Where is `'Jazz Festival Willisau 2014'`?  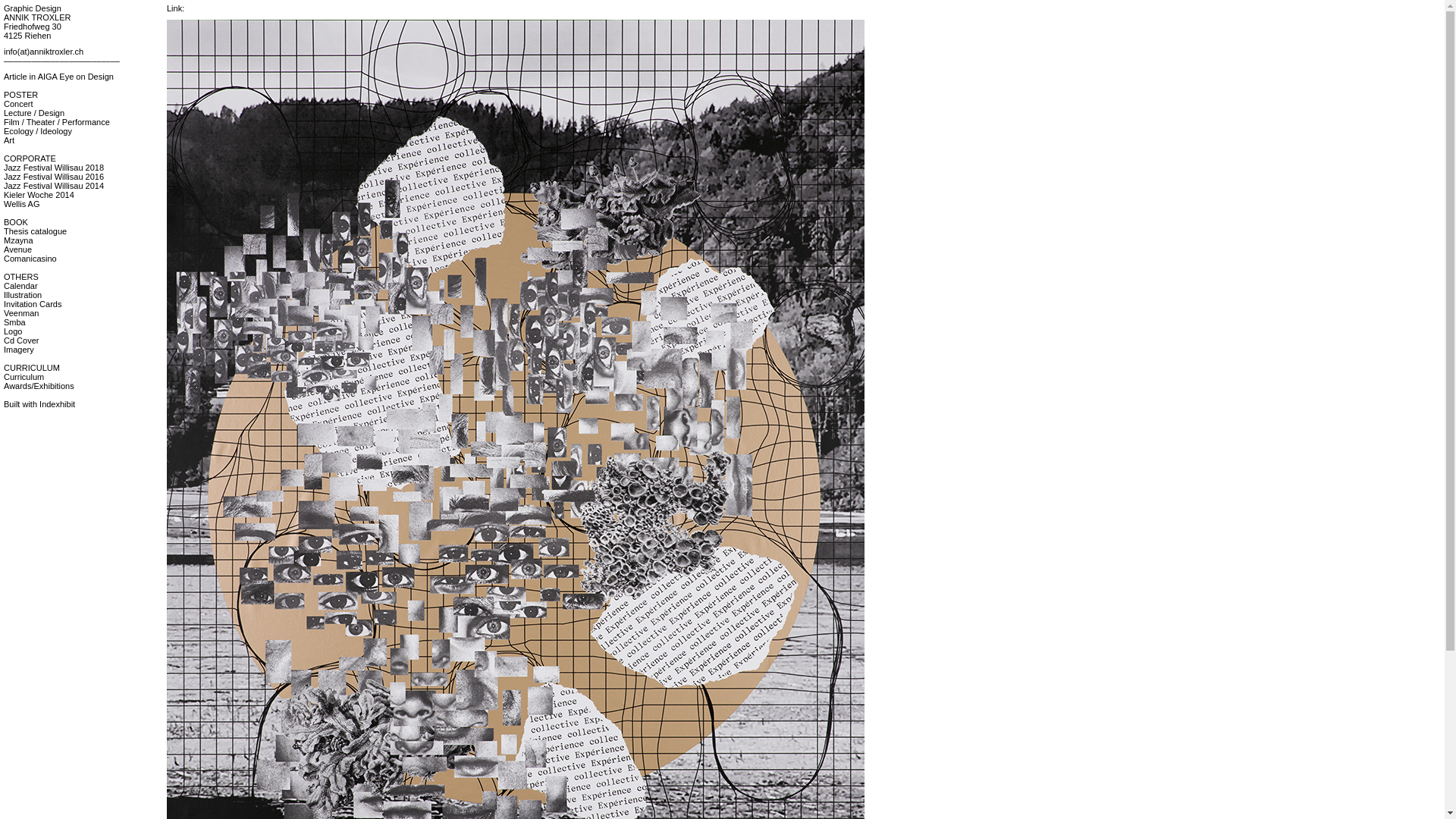 'Jazz Festival Willisau 2014' is located at coordinates (54, 185).